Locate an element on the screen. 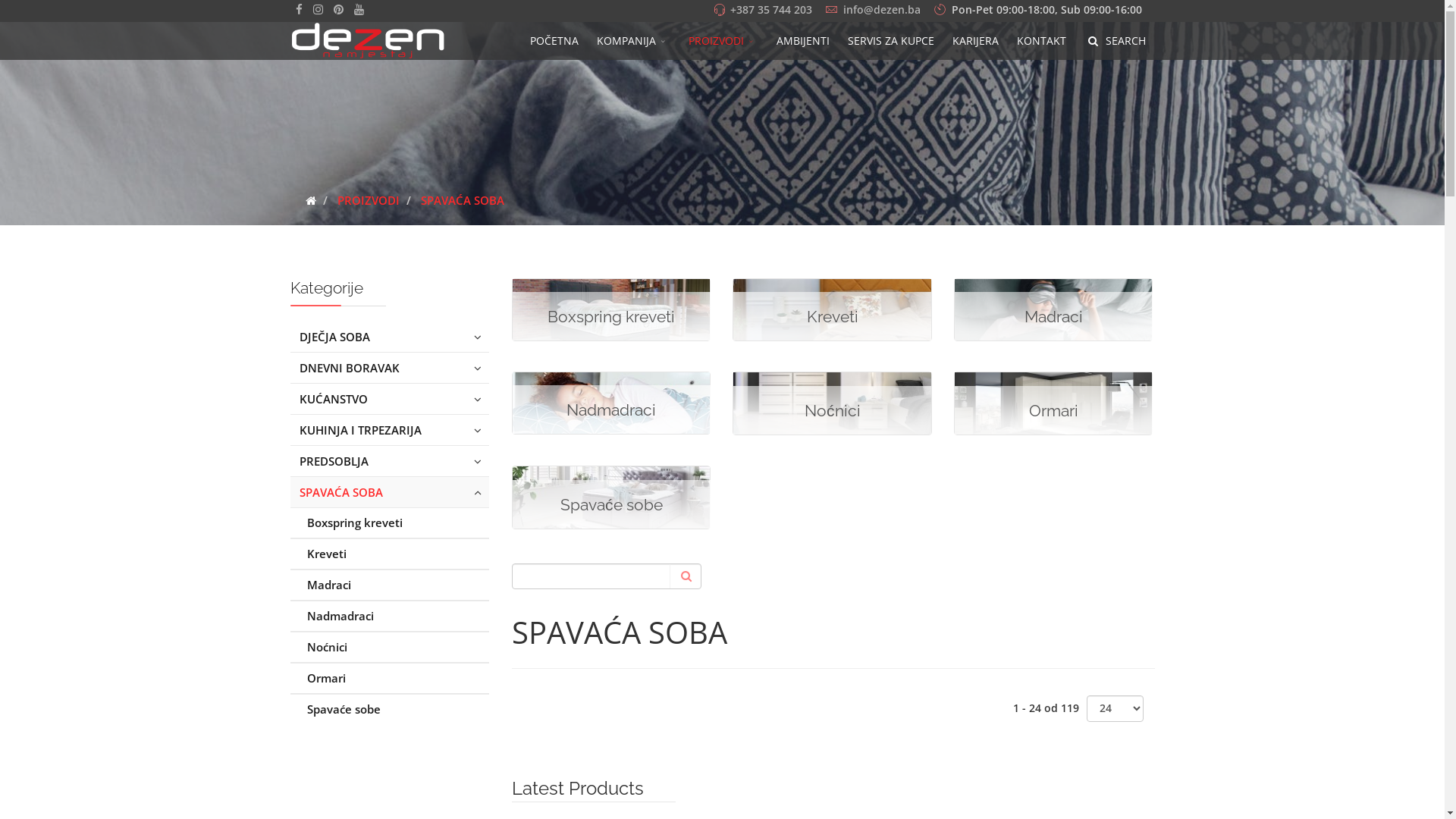 Image resolution: width=1456 pixels, height=819 pixels. 'PREDSOBLJA' is located at coordinates (290, 460).